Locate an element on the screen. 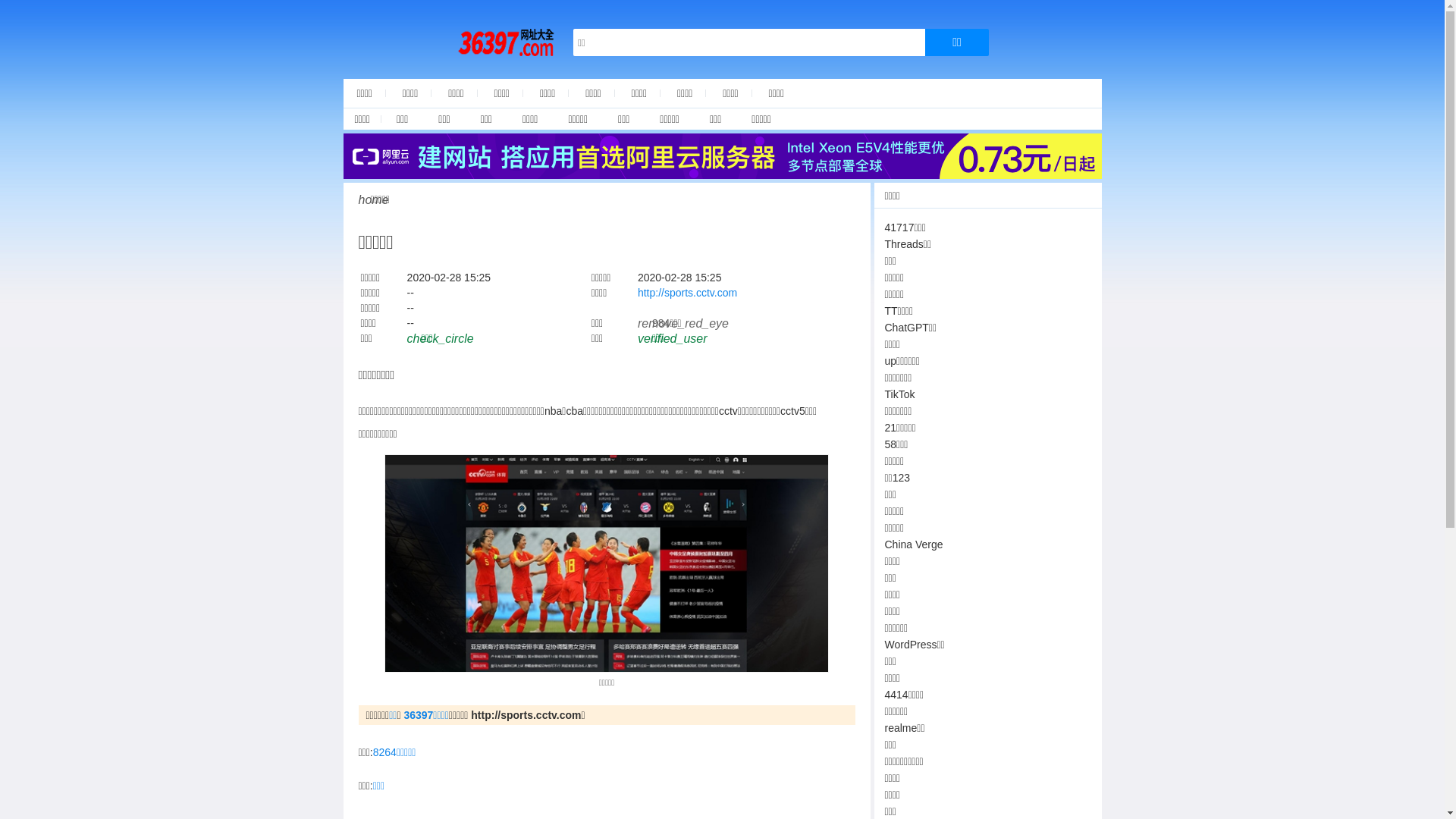 The height and width of the screenshot is (819, 1456). 'http://sports.cctv.com' is located at coordinates (686, 292).